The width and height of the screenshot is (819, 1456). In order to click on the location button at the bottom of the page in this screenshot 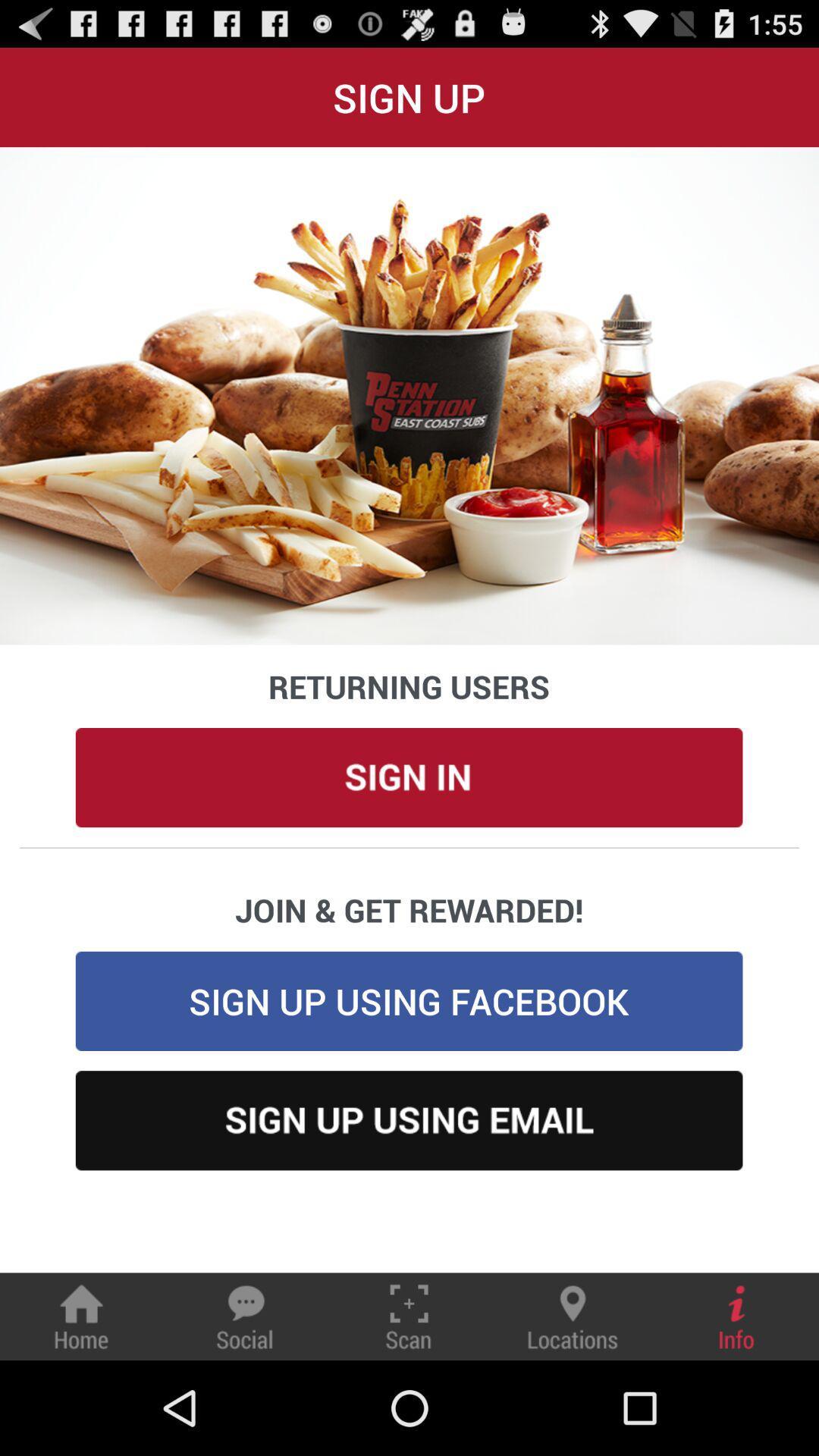, I will do `click(573, 1316)`.